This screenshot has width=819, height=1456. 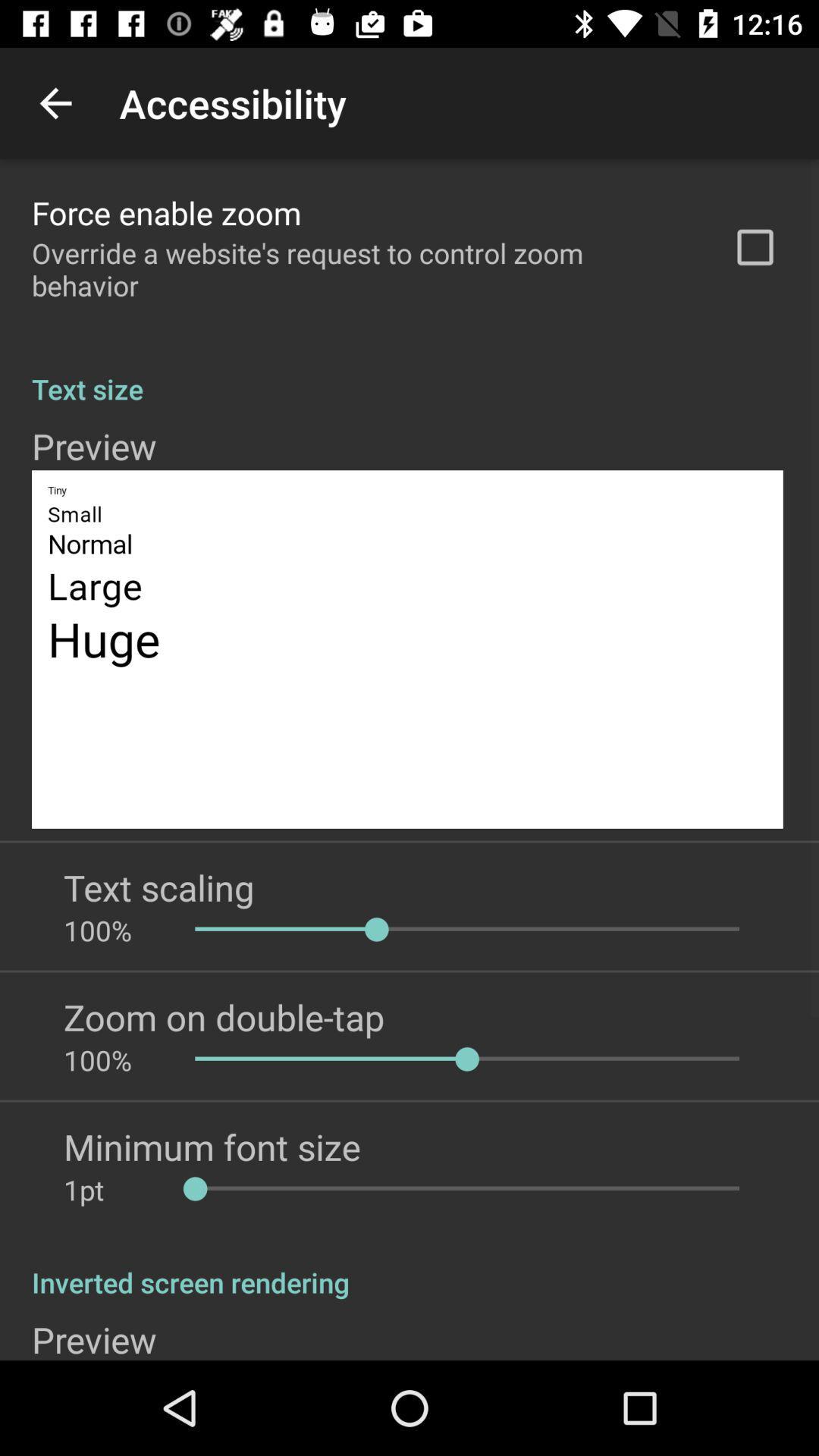 What do you see at coordinates (755, 247) in the screenshot?
I see `app above the text size icon` at bounding box center [755, 247].